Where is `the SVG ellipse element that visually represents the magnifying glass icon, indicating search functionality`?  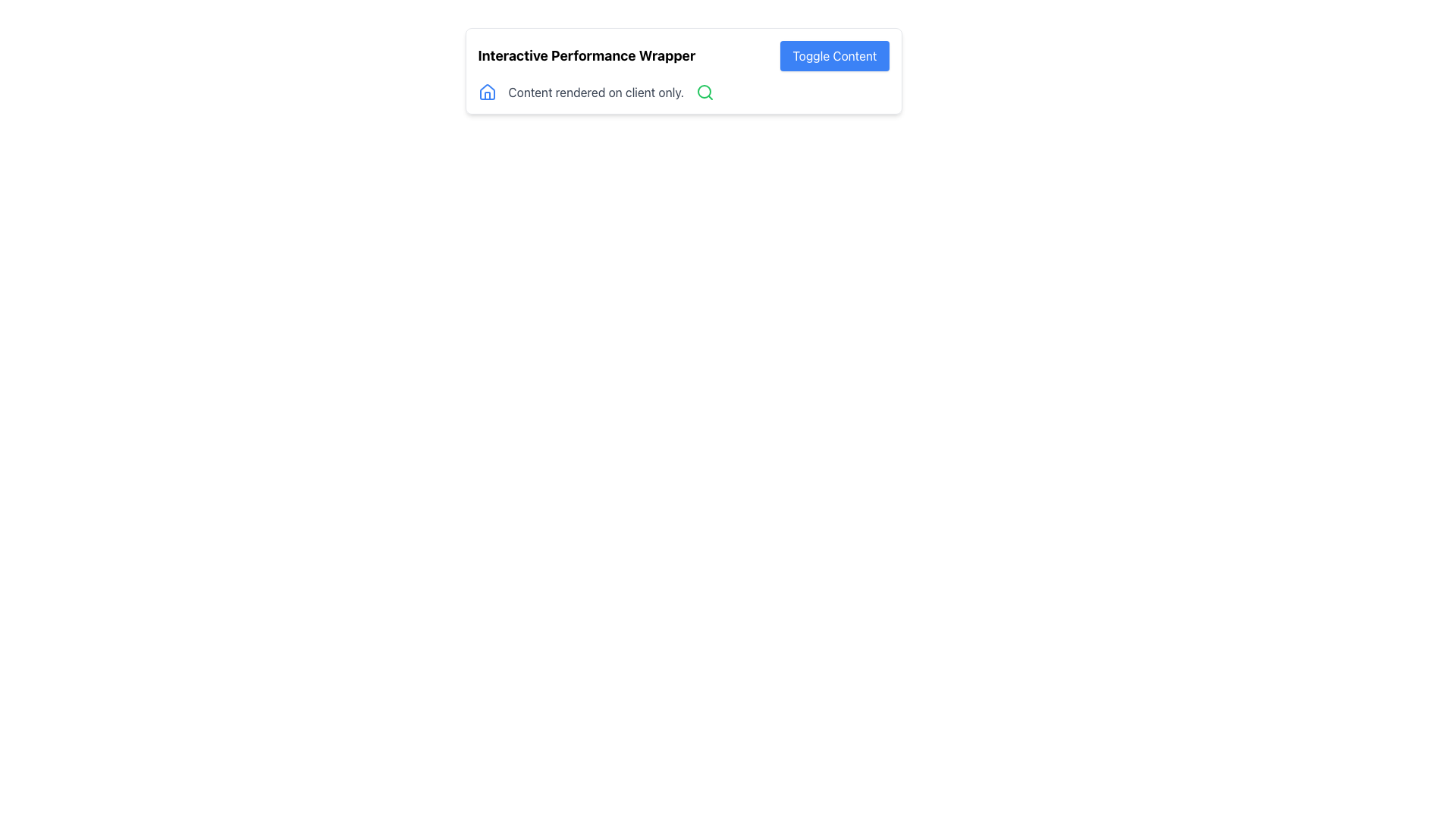
the SVG ellipse element that visually represents the magnifying glass icon, indicating search functionality is located at coordinates (704, 91).